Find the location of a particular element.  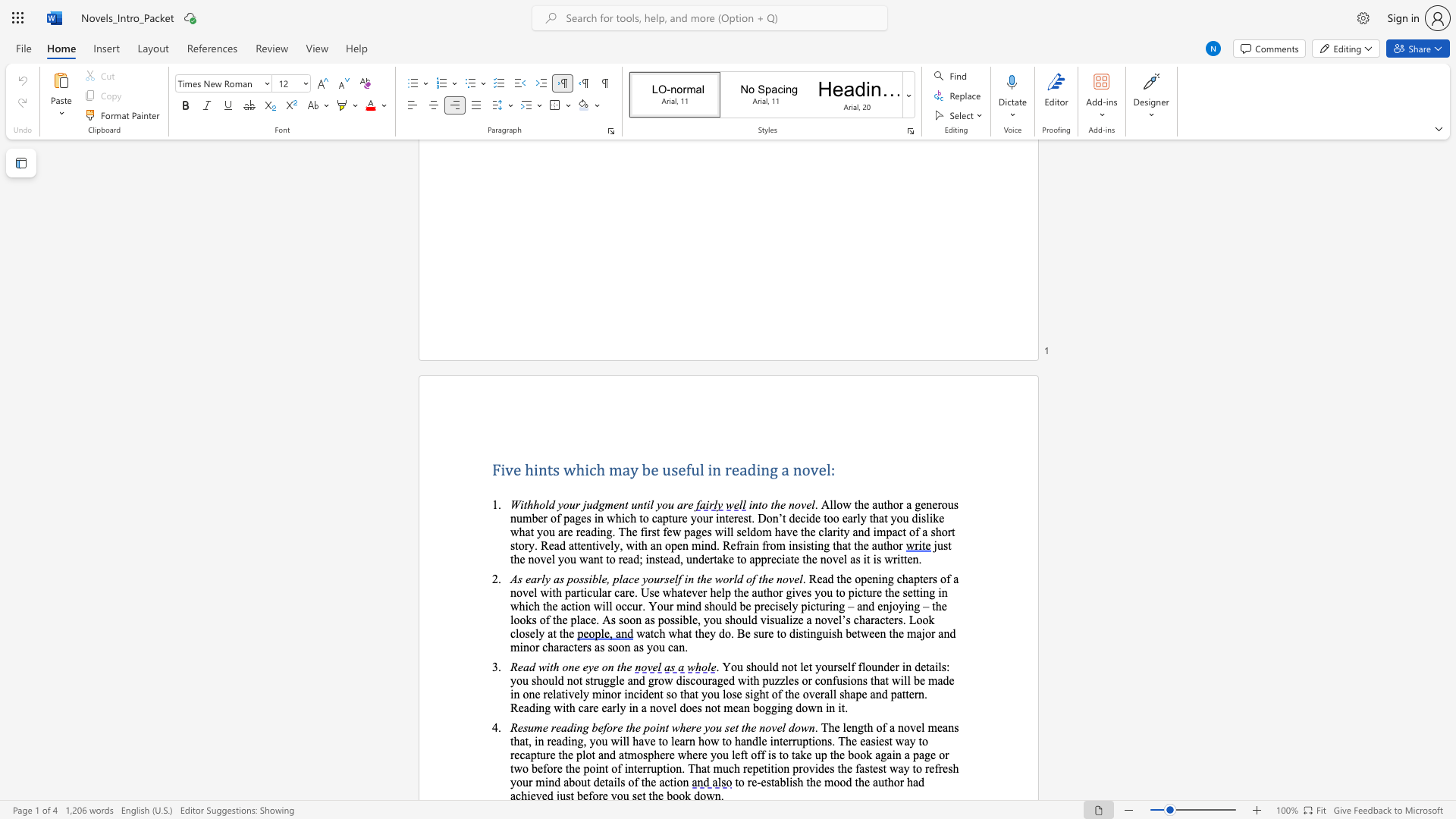

the subset text "rs as soon as you" within the text "watch what they do. Be sure to distinguish between the major and minor characters as soon as you can." is located at coordinates (582, 647).